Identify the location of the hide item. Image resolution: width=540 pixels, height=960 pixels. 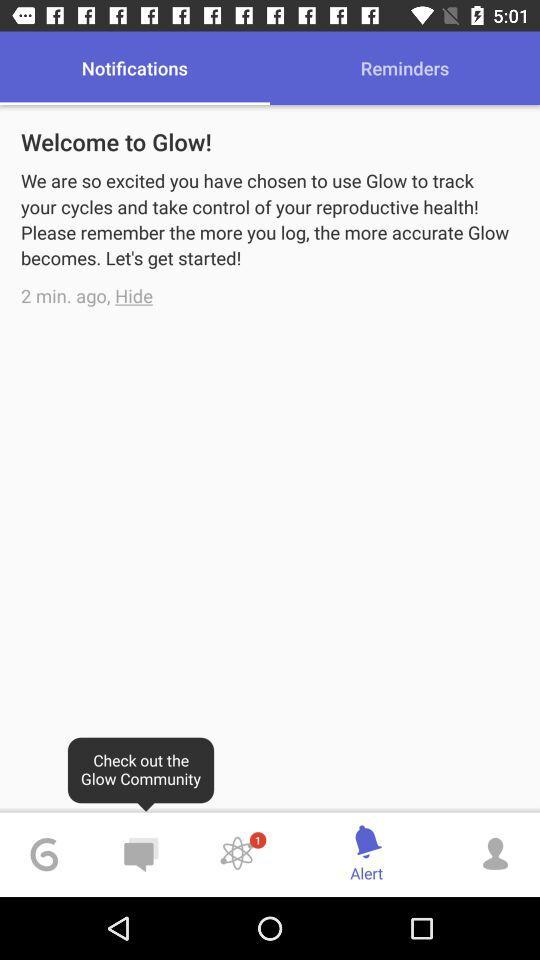
(134, 294).